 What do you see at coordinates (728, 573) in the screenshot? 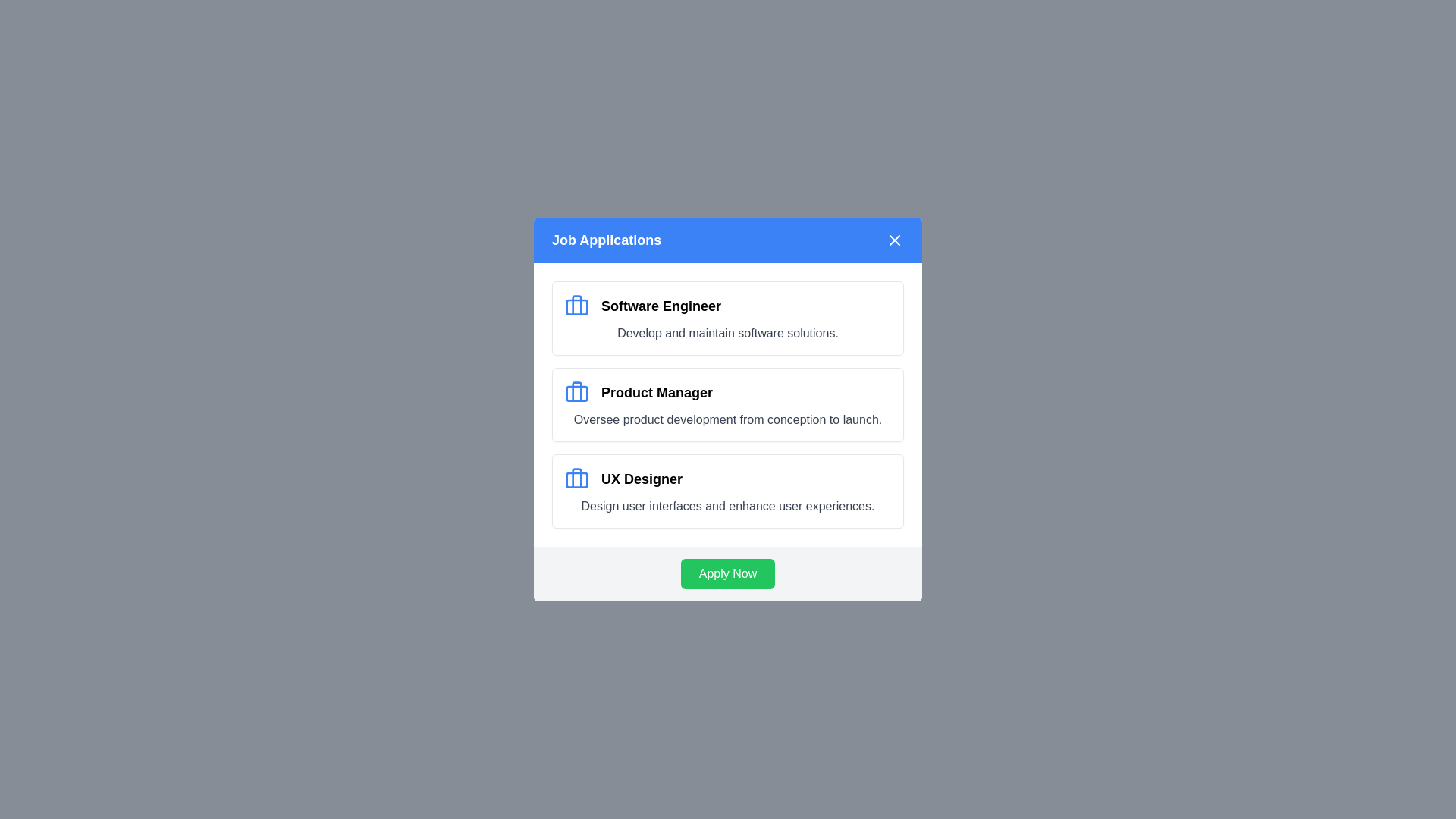
I see `the button located at the bottom of the modal dialog box, which is part of a group related to job postings for 'Software Engineer', 'Product Manager', and 'UX Designer'` at bounding box center [728, 573].